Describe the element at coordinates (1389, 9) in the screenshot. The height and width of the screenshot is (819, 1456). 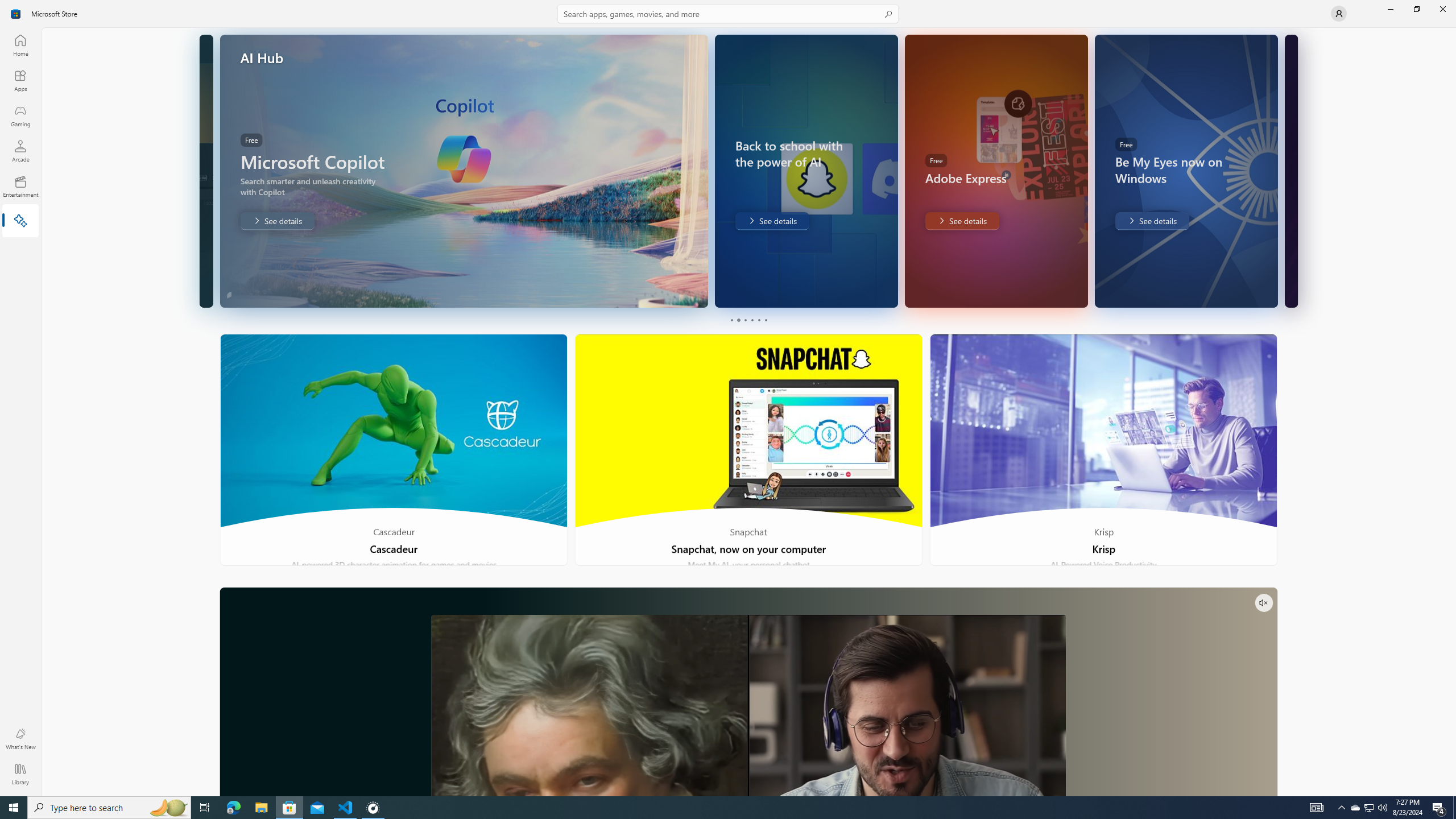
I see `'Minimize Microsoft Store'` at that location.